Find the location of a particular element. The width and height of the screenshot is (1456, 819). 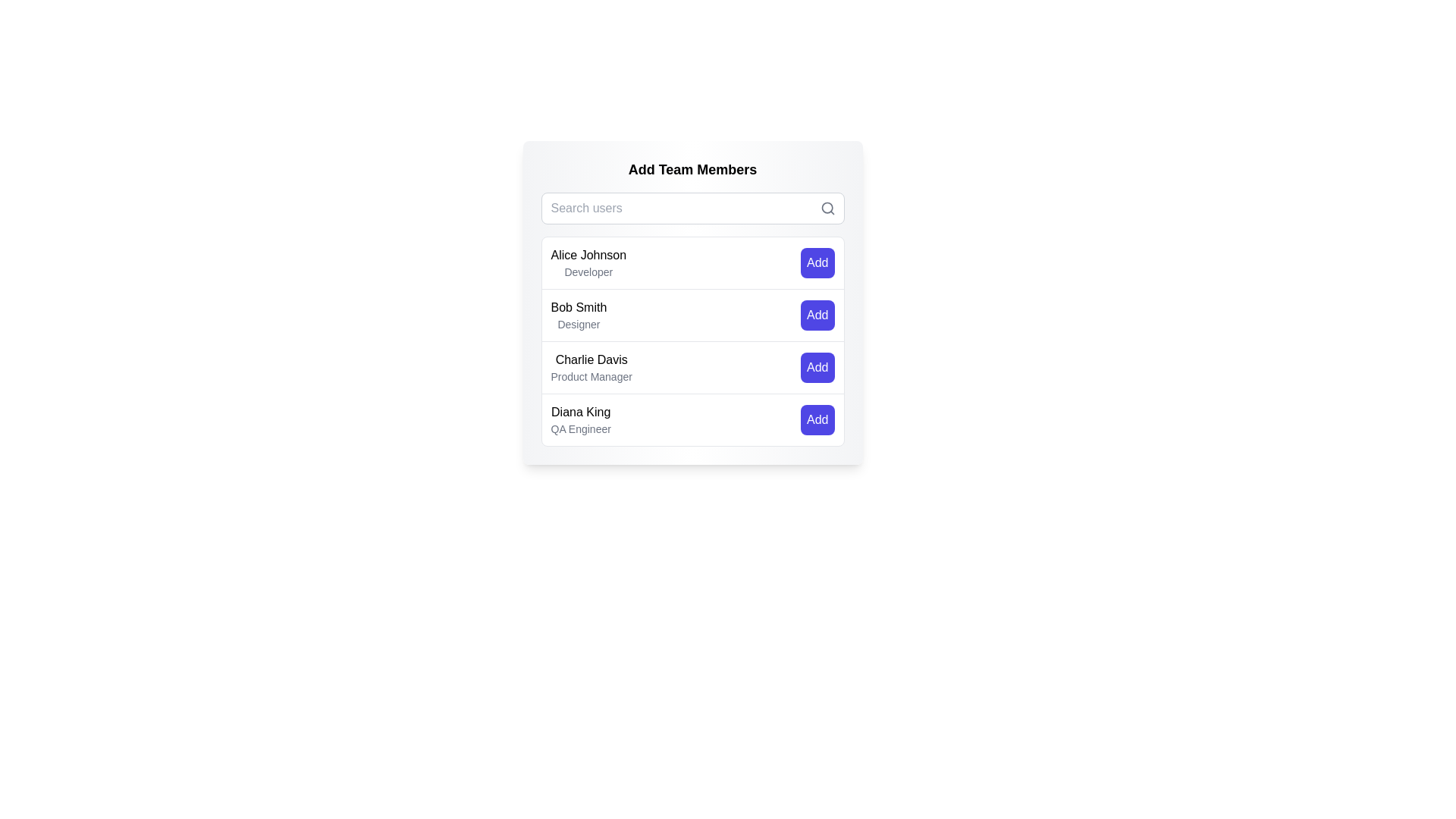

designation displayed in the informational label located beside the blue 'Add' button under the 'Add Team Members' heading is located at coordinates (578, 315).